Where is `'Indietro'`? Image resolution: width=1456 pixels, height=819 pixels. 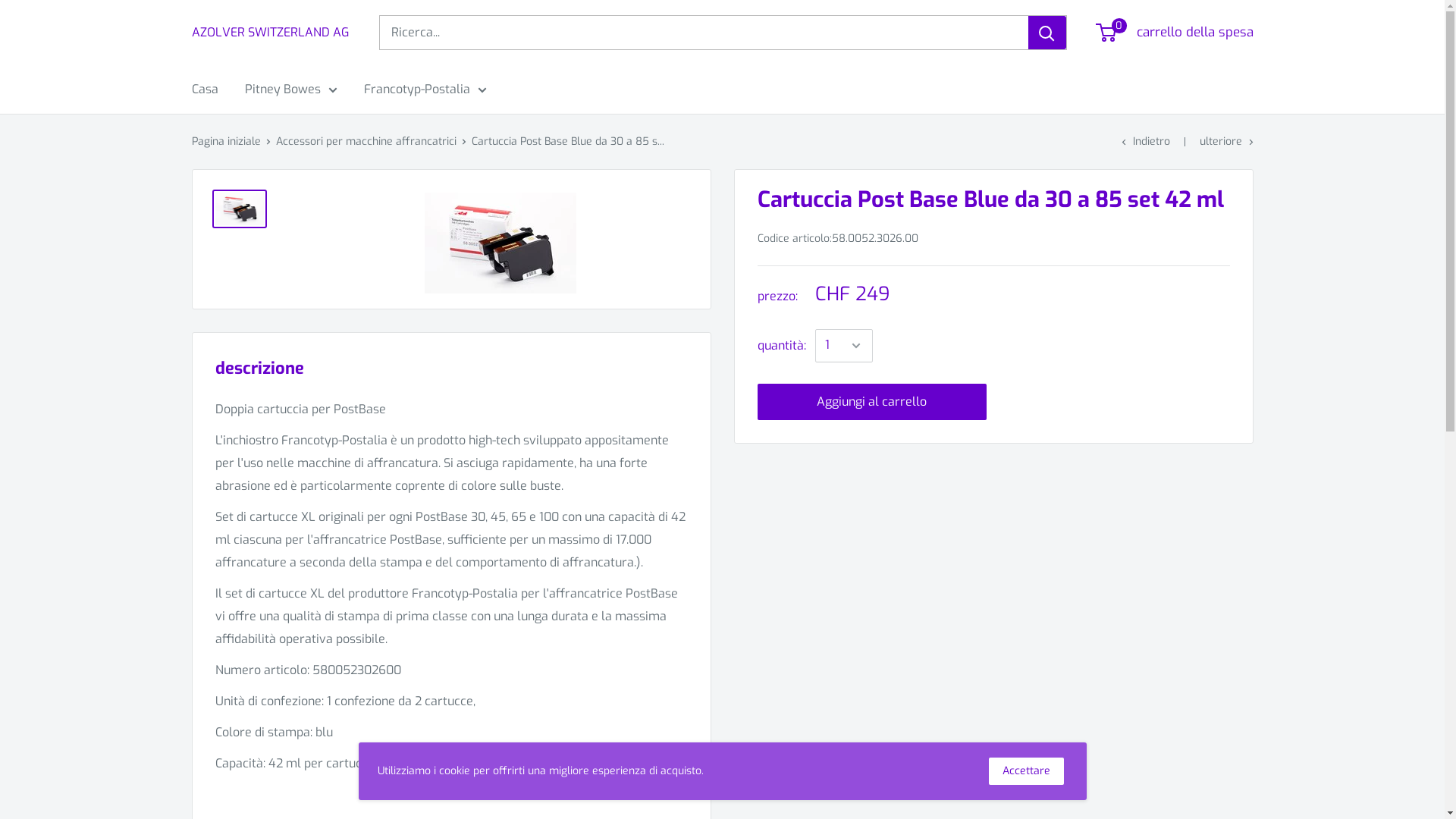 'Indietro' is located at coordinates (1145, 141).